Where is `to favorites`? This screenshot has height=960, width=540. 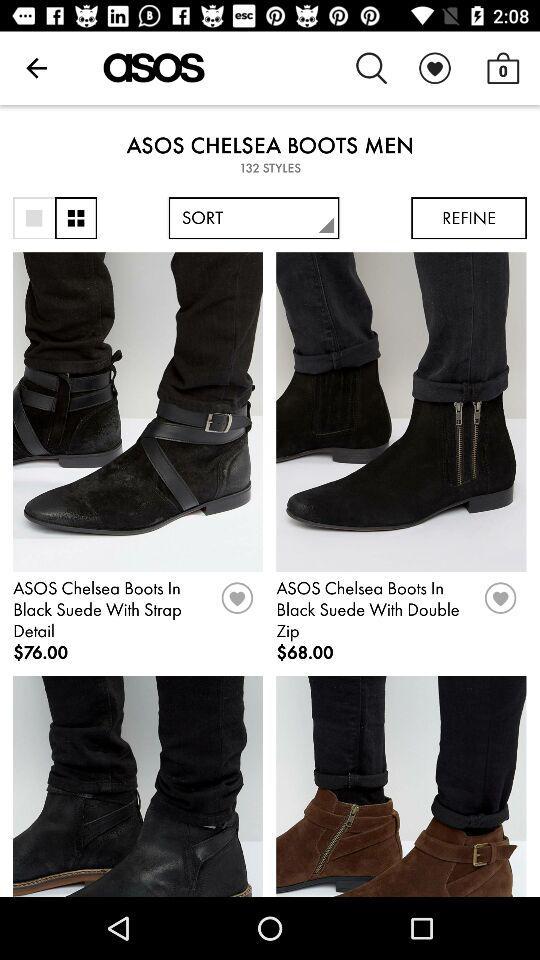 to favorites is located at coordinates (499, 604).